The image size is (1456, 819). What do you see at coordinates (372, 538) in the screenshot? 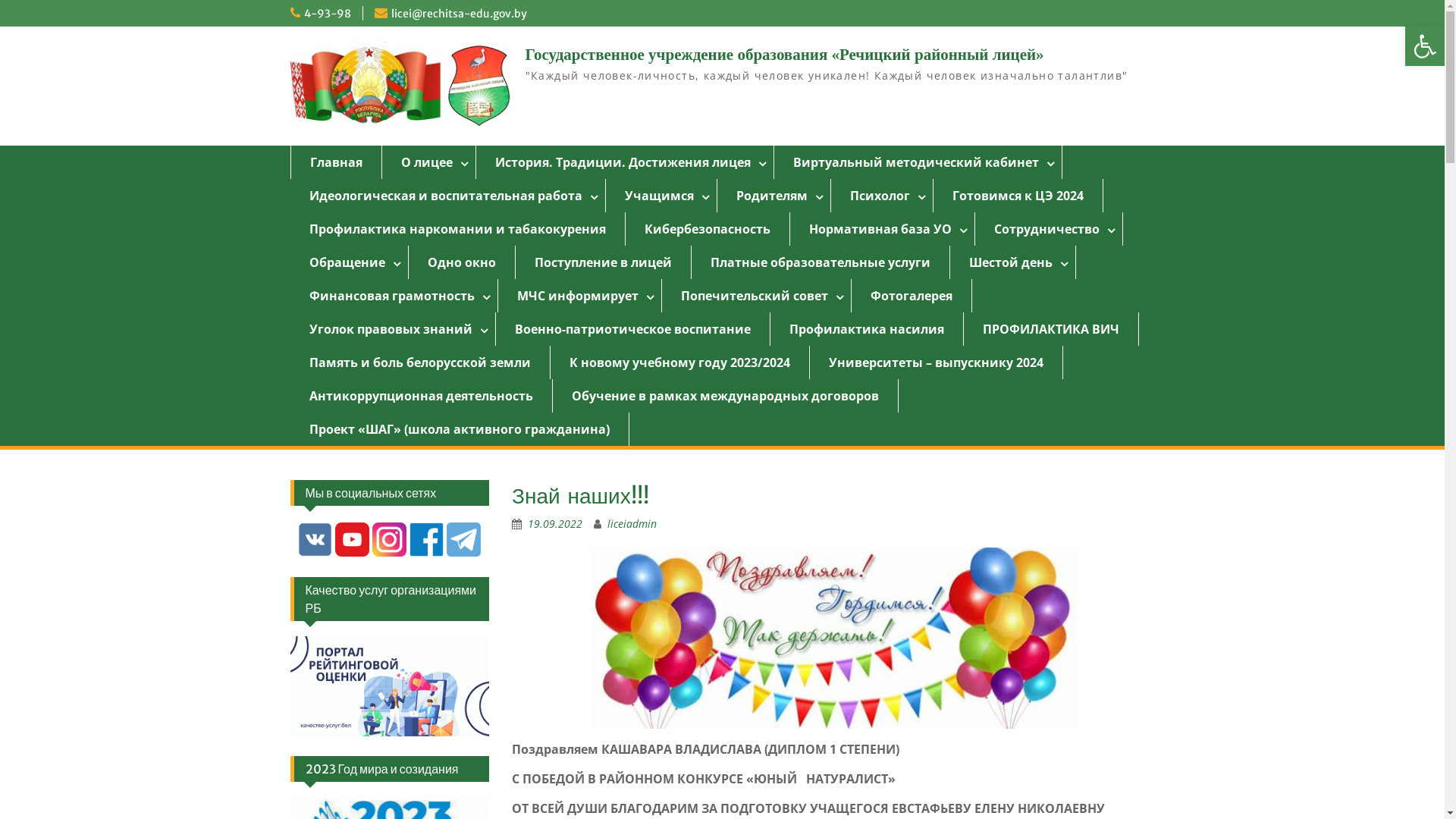
I see `'instagram'` at bounding box center [372, 538].